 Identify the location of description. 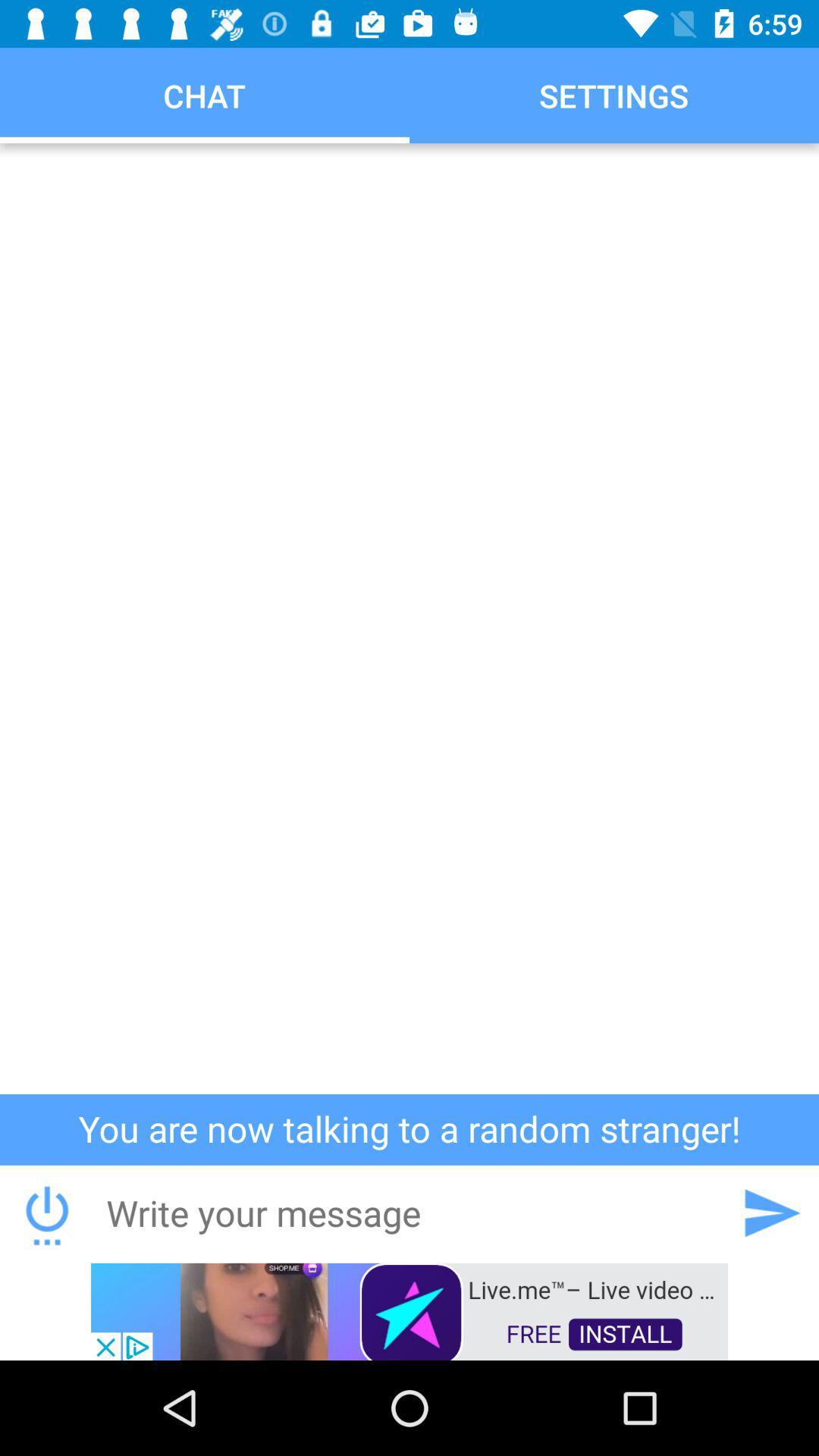
(409, 619).